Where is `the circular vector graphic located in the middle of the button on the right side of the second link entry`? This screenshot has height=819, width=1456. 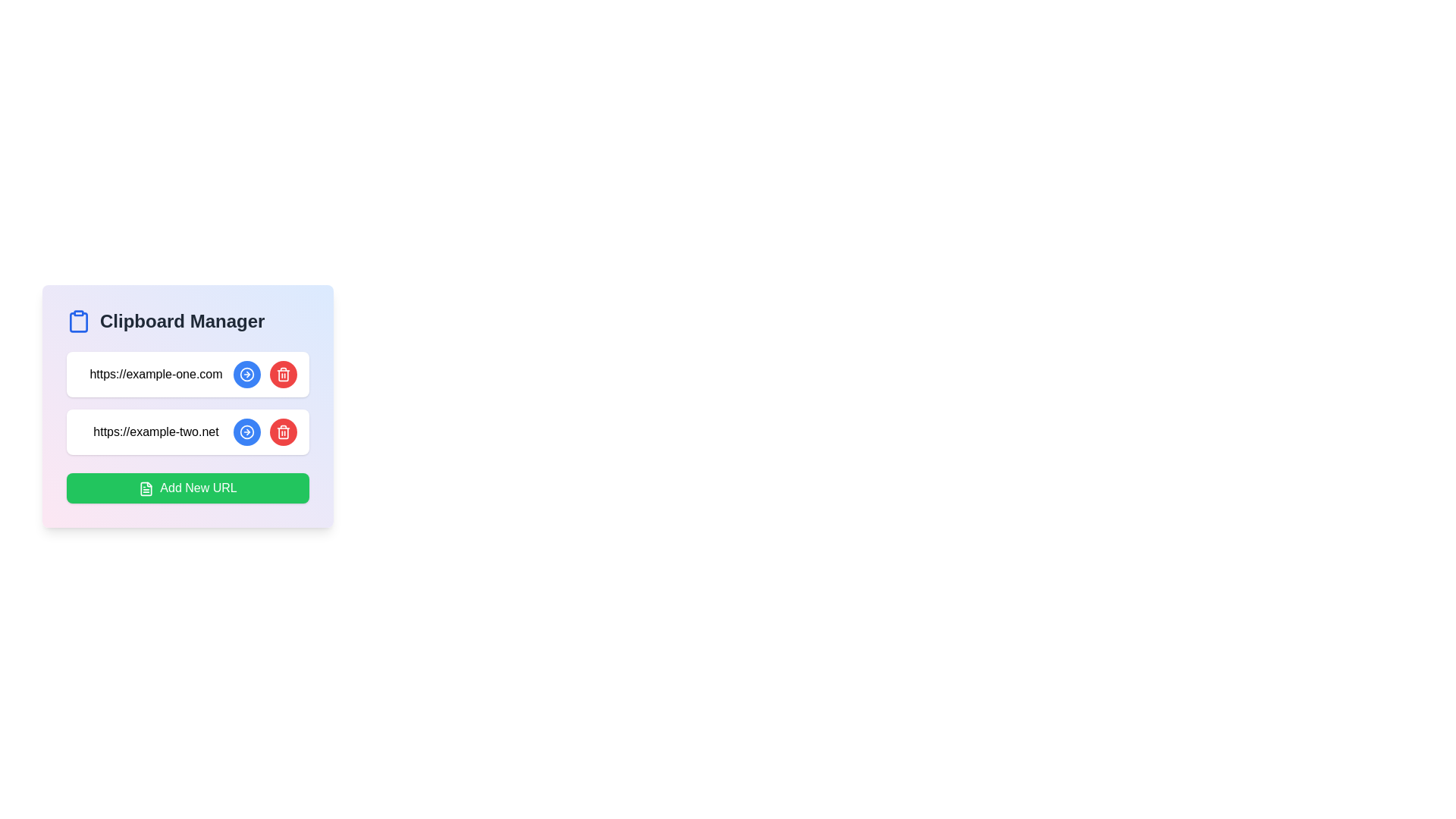
the circular vector graphic located in the middle of the button on the right side of the second link entry is located at coordinates (247, 432).